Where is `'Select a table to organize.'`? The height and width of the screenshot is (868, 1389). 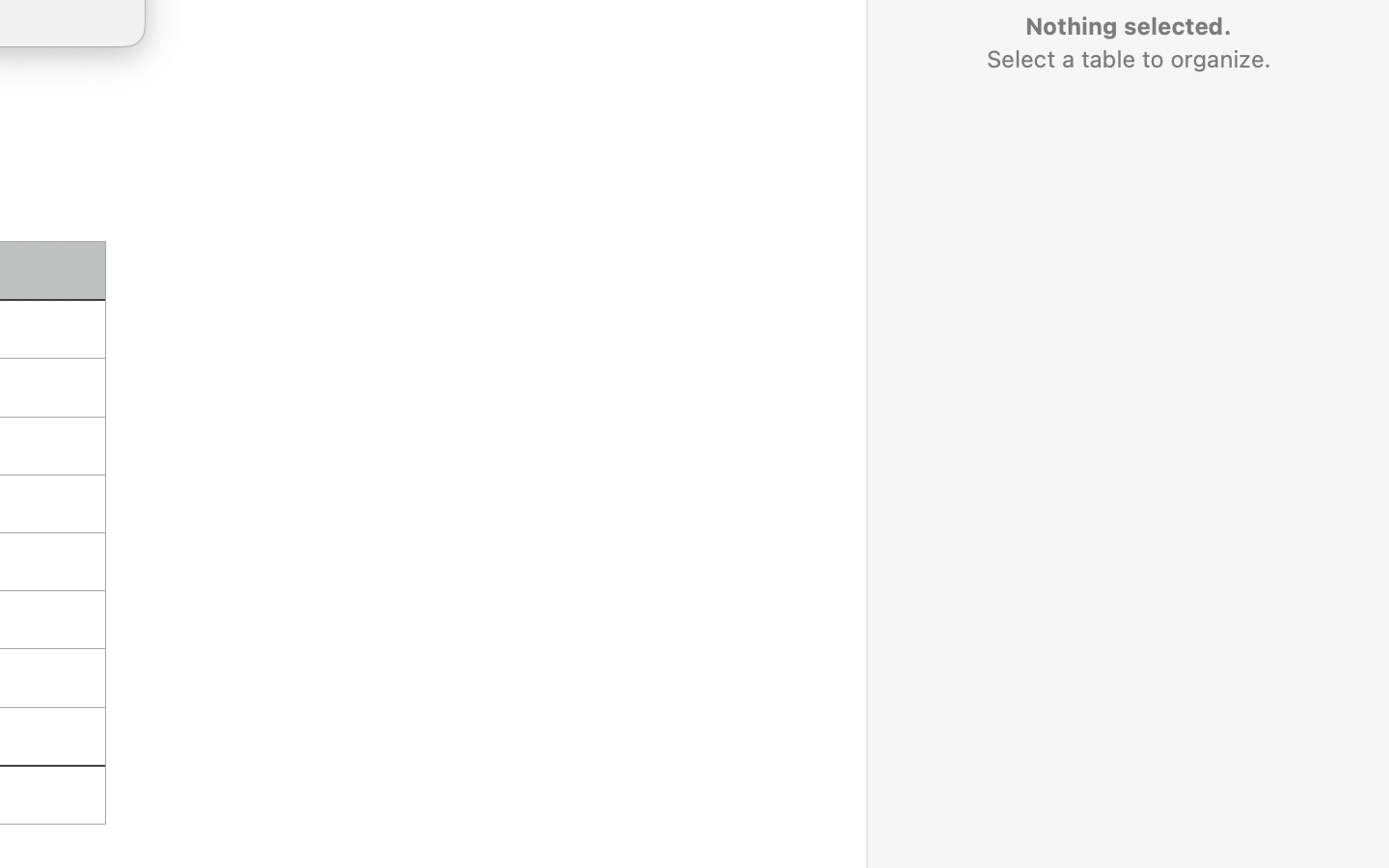
'Select a table to organize.' is located at coordinates (1127, 58).